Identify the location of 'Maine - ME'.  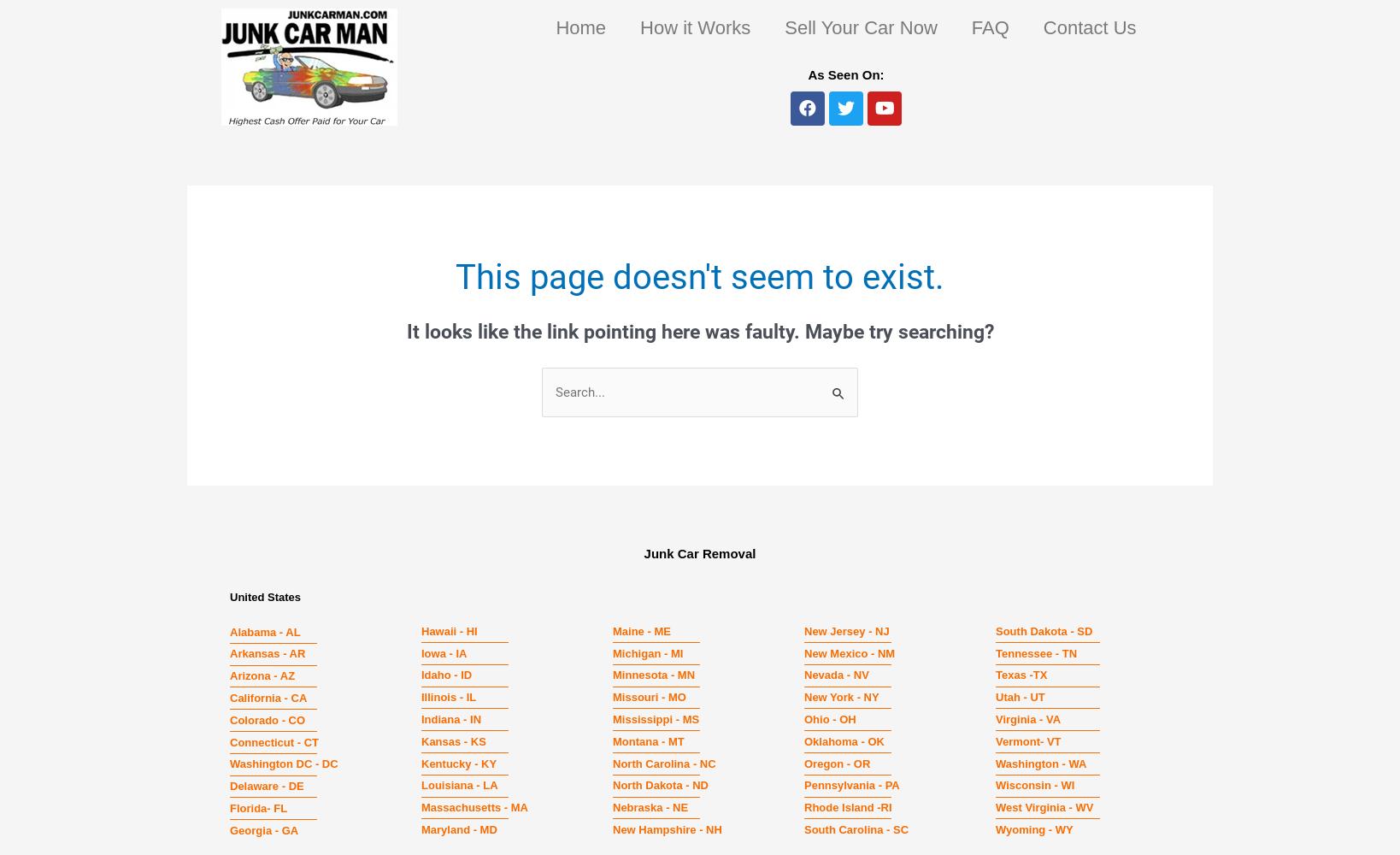
(640, 629).